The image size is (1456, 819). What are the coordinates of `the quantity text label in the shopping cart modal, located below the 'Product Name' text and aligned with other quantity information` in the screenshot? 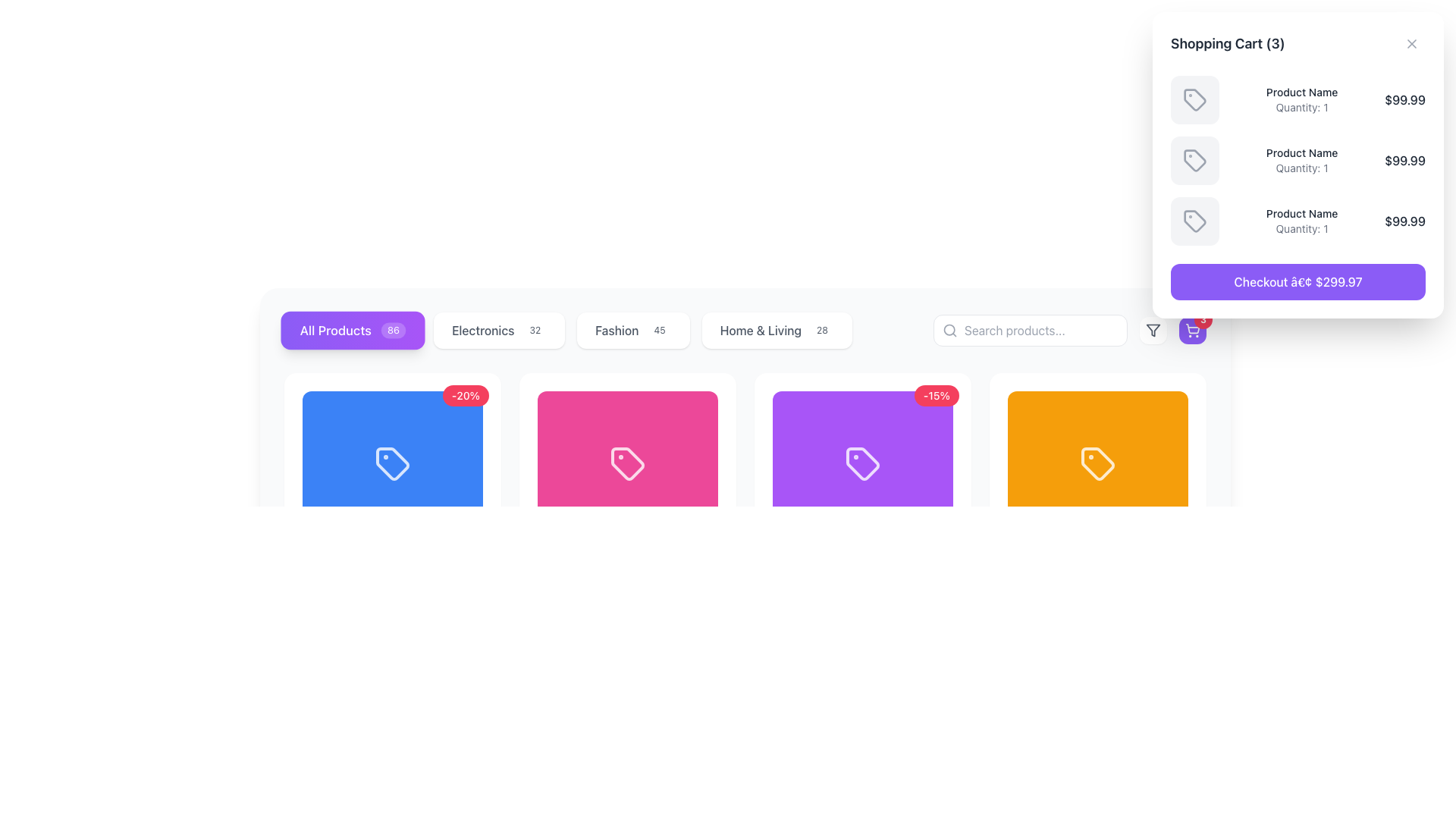 It's located at (1301, 107).